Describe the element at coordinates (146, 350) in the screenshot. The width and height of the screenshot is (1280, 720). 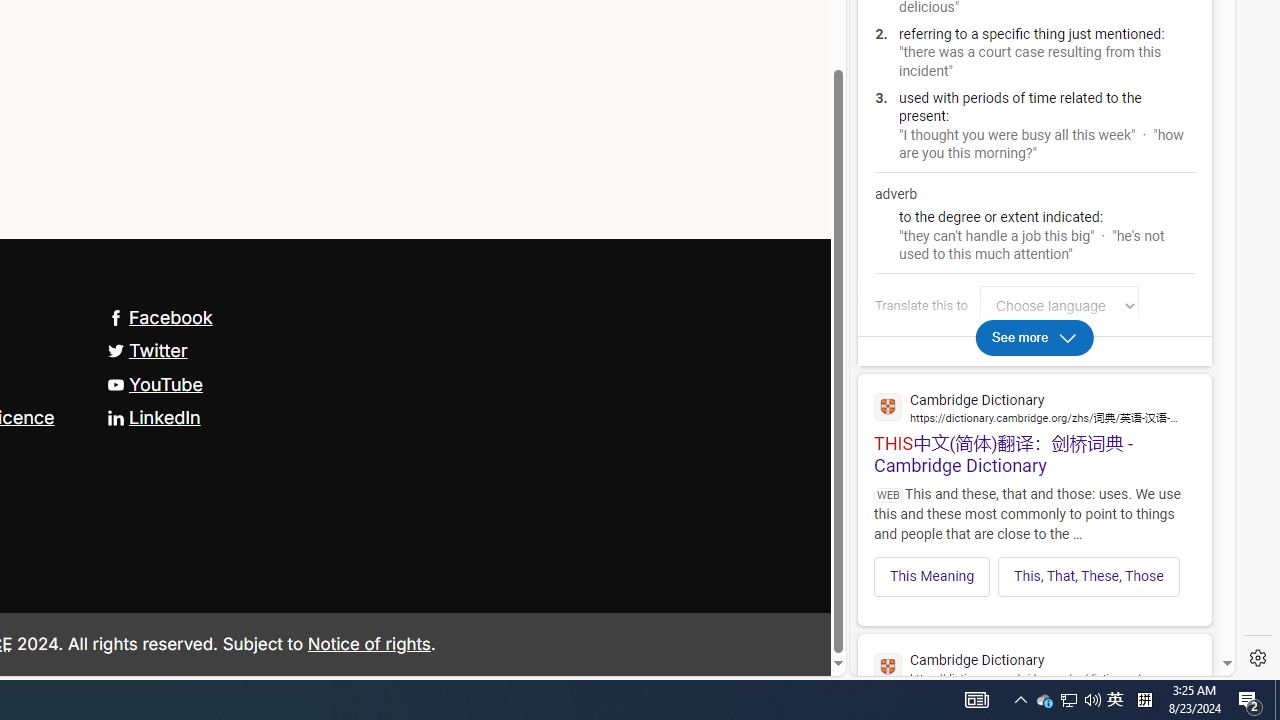
I see `'Twitter'` at that location.